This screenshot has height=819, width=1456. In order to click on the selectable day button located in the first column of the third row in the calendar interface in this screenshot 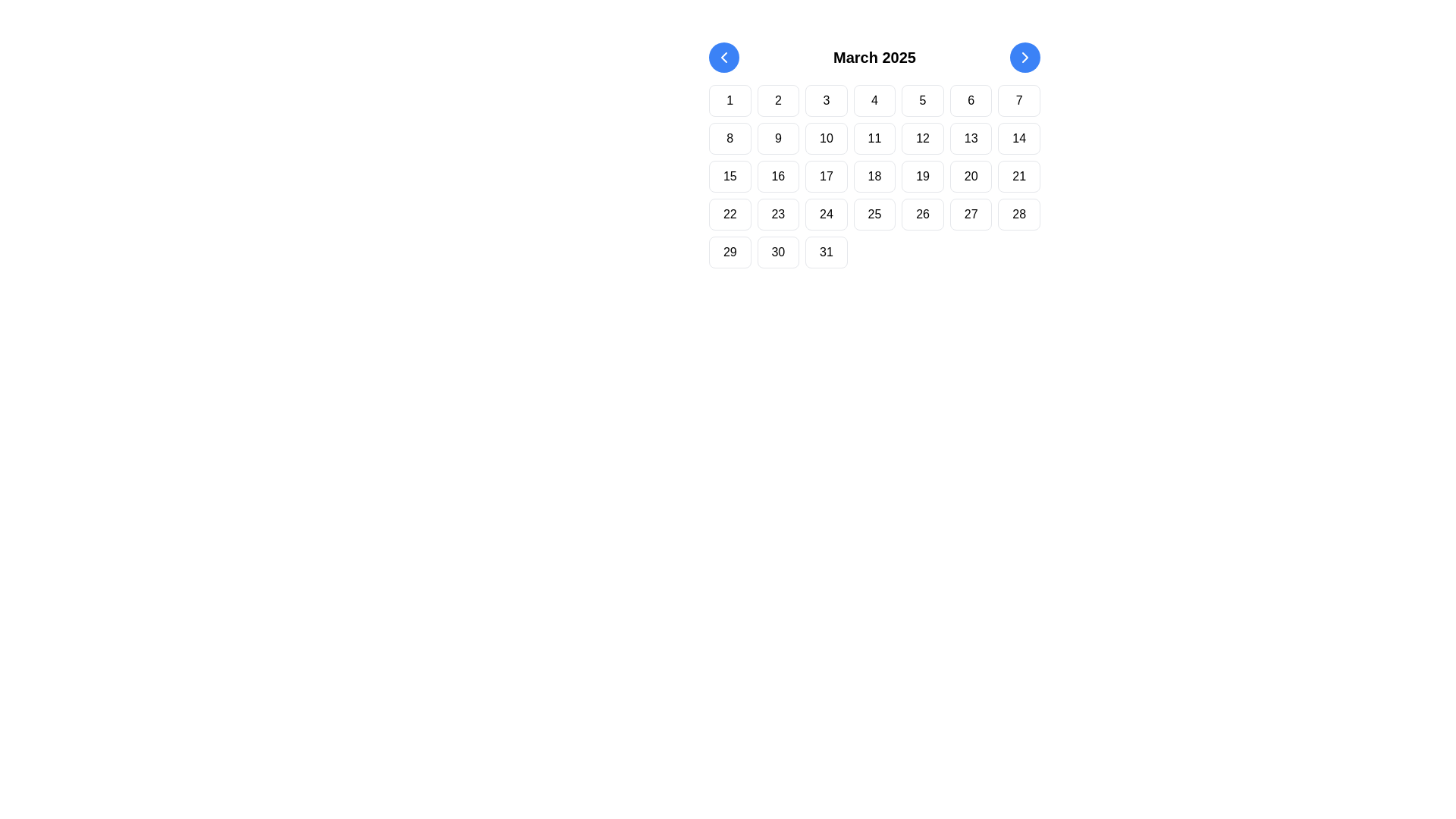, I will do `click(730, 175)`.